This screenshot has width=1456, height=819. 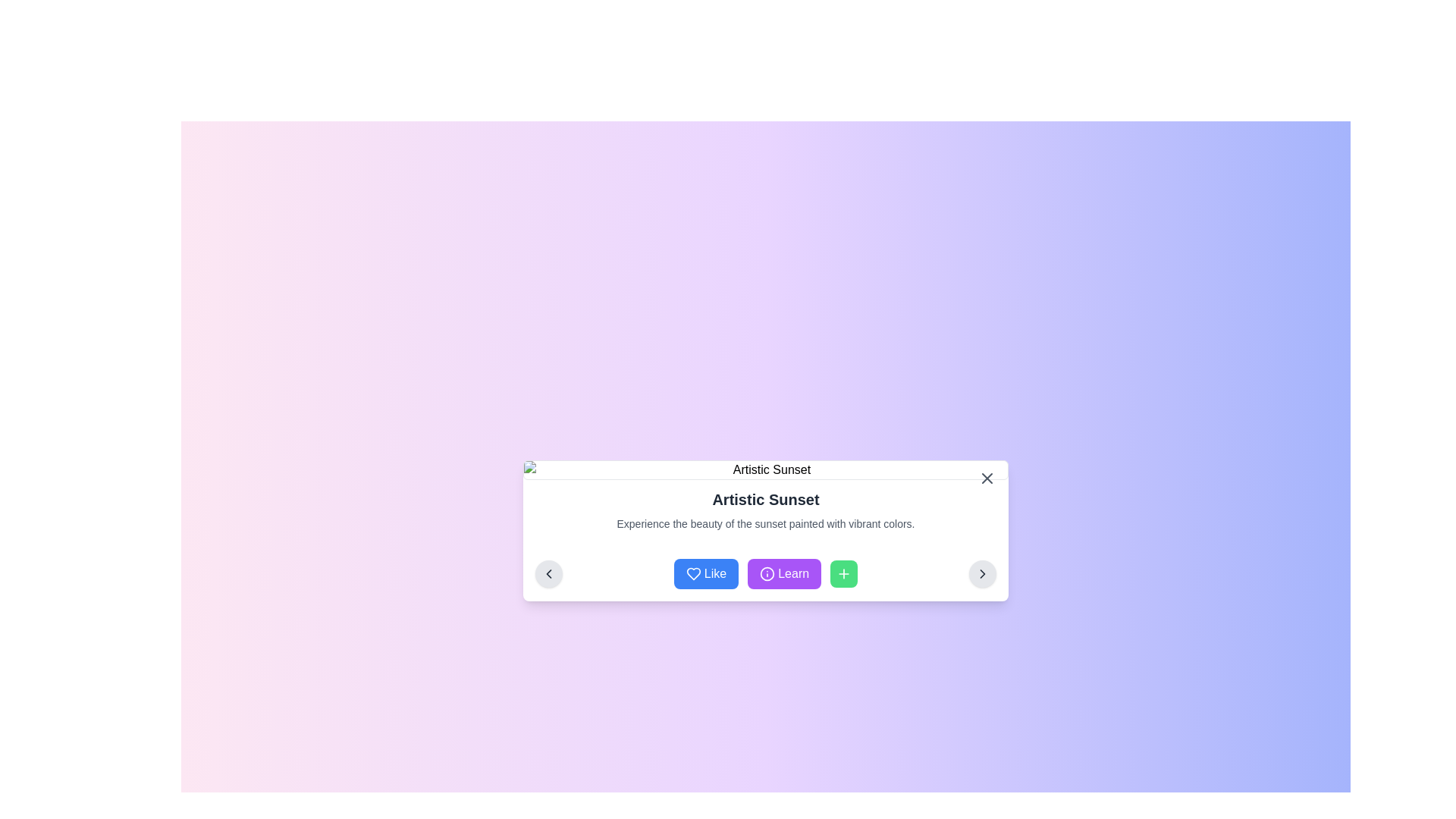 I want to click on the icon located within the rightmost circular button in the bottom-right corner of the dialog box, so click(x=983, y=573).